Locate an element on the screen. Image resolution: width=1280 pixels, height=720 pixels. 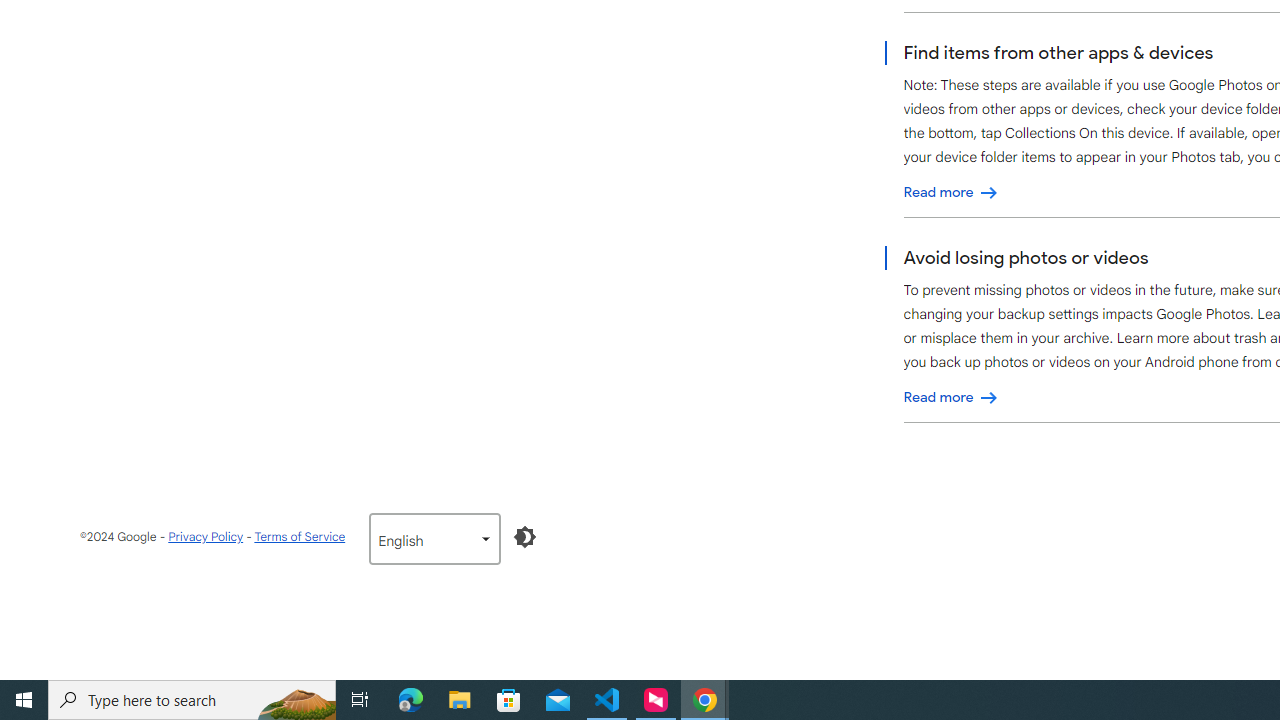
'Enable Dark Mode' is located at coordinates (525, 535).